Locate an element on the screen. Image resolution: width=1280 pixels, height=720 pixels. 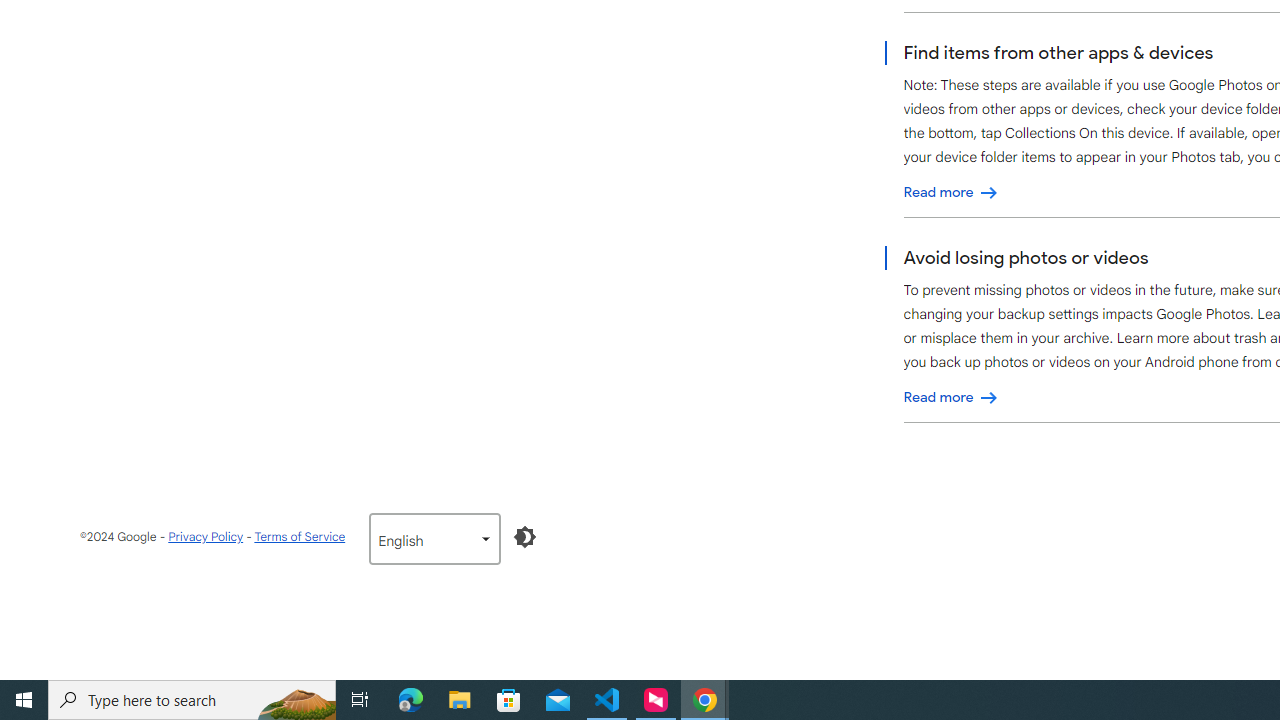
'Enable Dark Mode' is located at coordinates (525, 535).